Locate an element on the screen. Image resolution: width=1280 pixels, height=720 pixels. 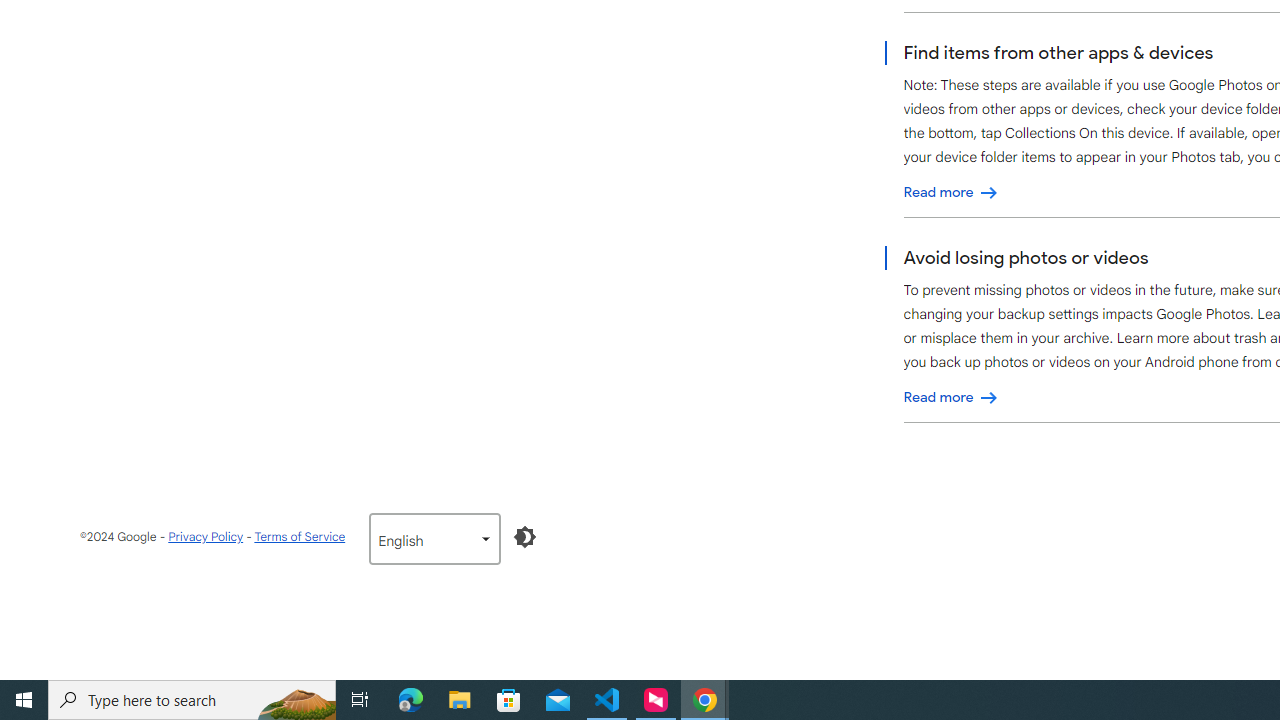
'Enable Dark Mode' is located at coordinates (525, 535).